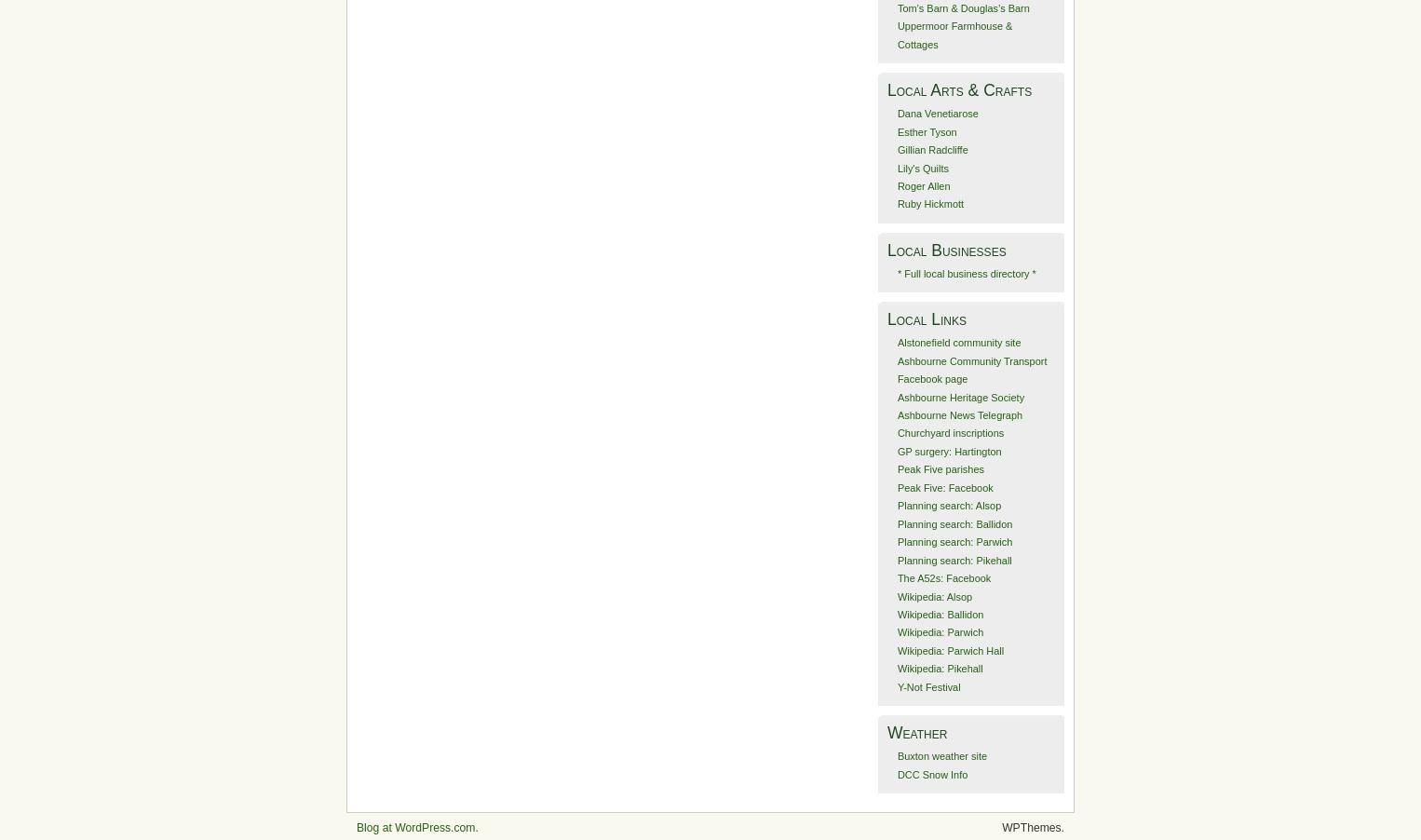  What do you see at coordinates (897, 523) in the screenshot?
I see `'Planning search: Ballidon'` at bounding box center [897, 523].